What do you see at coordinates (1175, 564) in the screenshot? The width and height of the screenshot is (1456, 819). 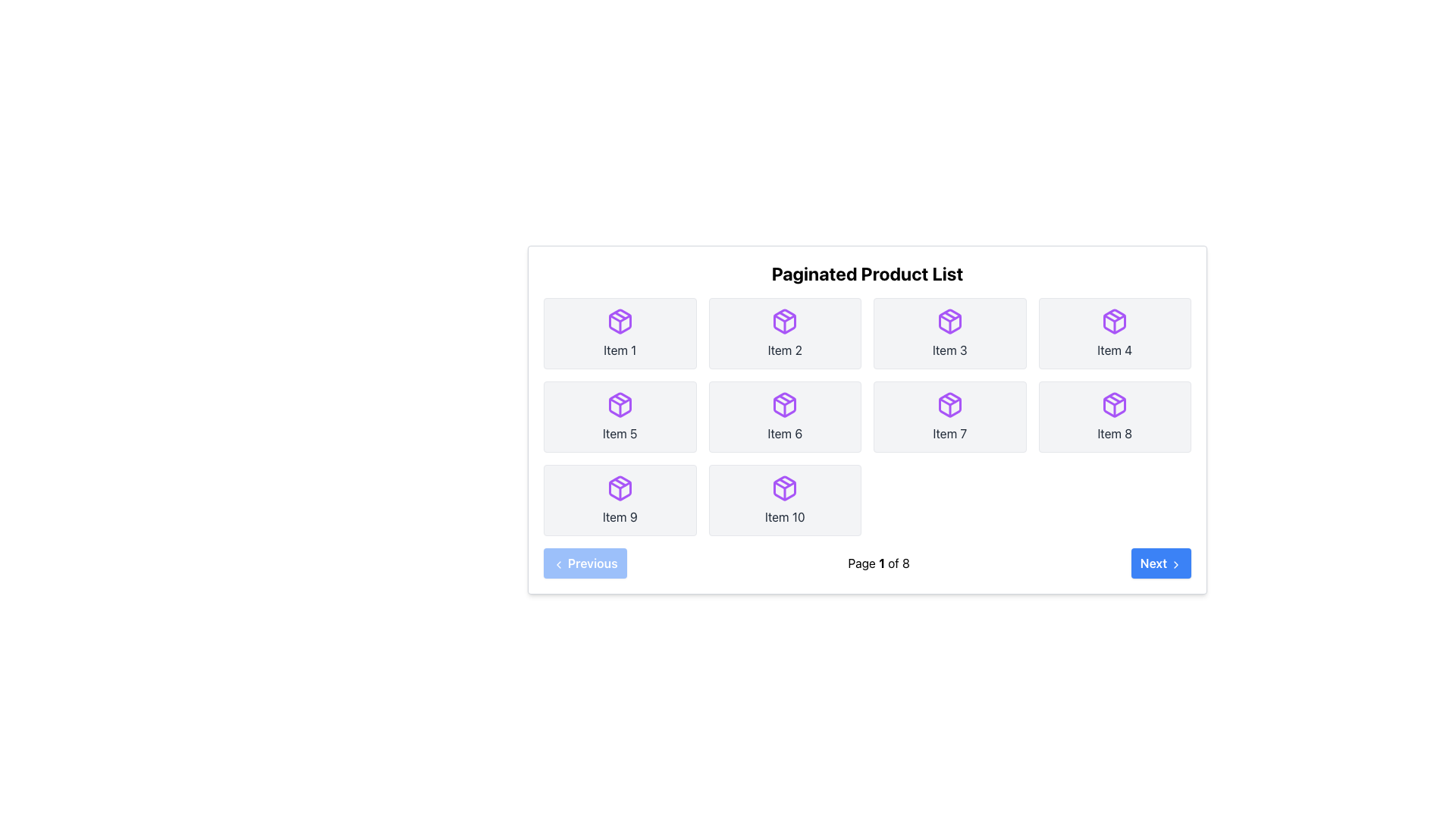 I see `the right-pointing chevron icon located within the 'Next' button at the bottom-right corner of the interface` at bounding box center [1175, 564].